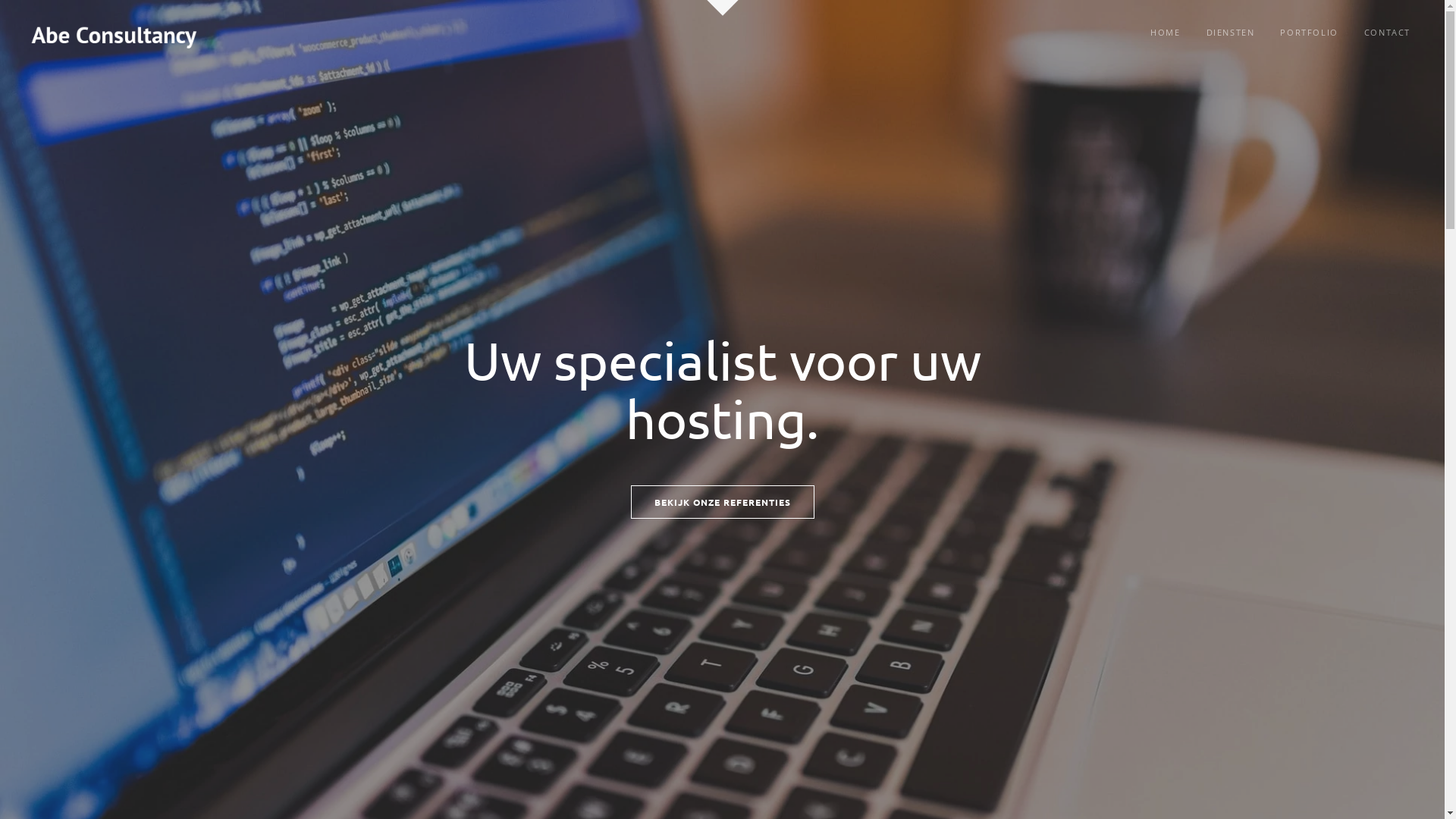  Describe the element at coordinates (1230, 32) in the screenshot. I see `'DIENSTEN'` at that location.